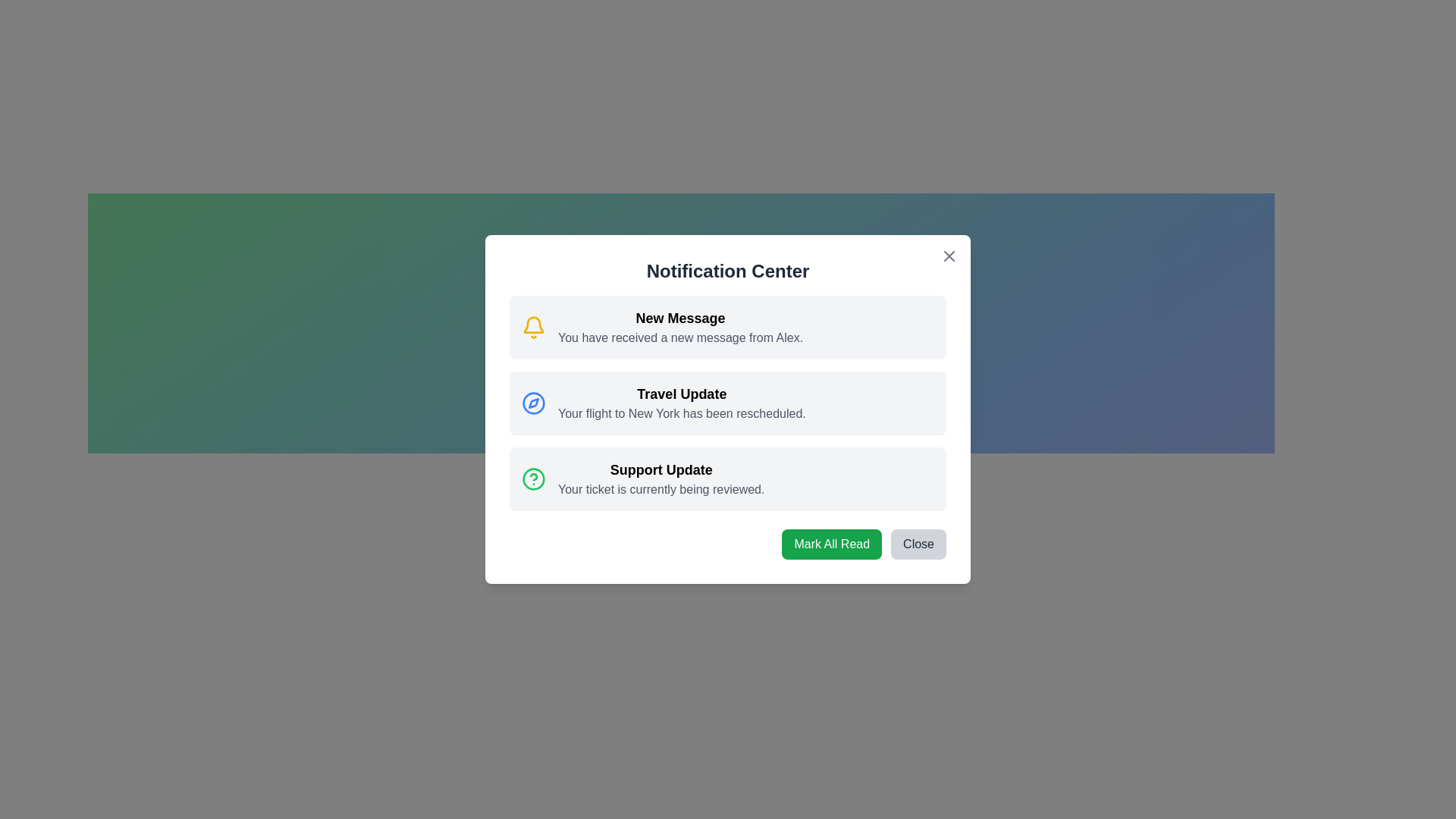  Describe the element at coordinates (681, 414) in the screenshot. I see `message contents of the static text label displaying 'Your flight to New York has been rescheduled.', which is positioned beneath the title 'Travel Update' in the notification card` at that location.